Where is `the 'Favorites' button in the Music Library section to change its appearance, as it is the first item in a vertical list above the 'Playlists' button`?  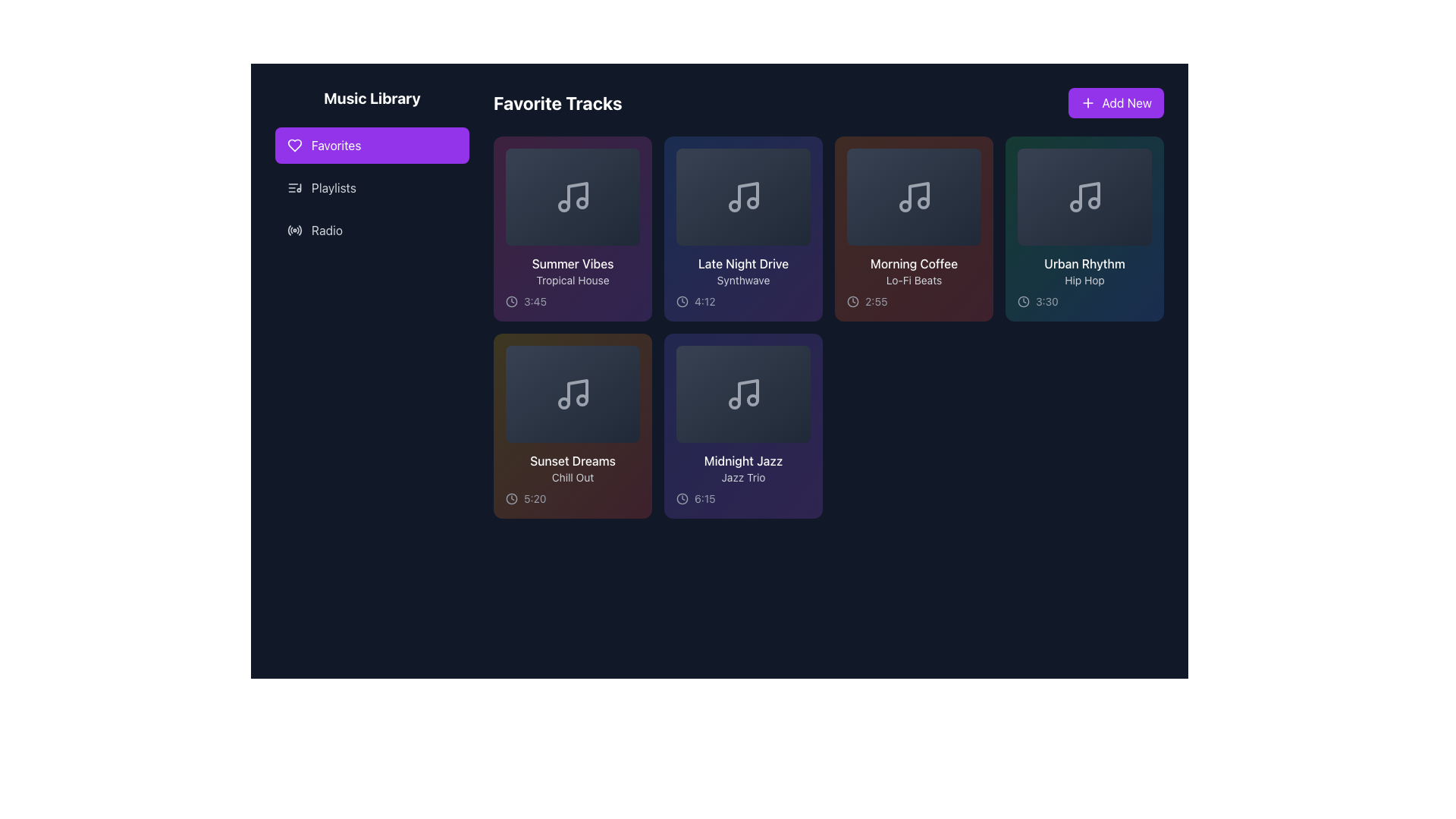 the 'Favorites' button in the Music Library section to change its appearance, as it is the first item in a vertical list above the 'Playlists' button is located at coordinates (372, 146).